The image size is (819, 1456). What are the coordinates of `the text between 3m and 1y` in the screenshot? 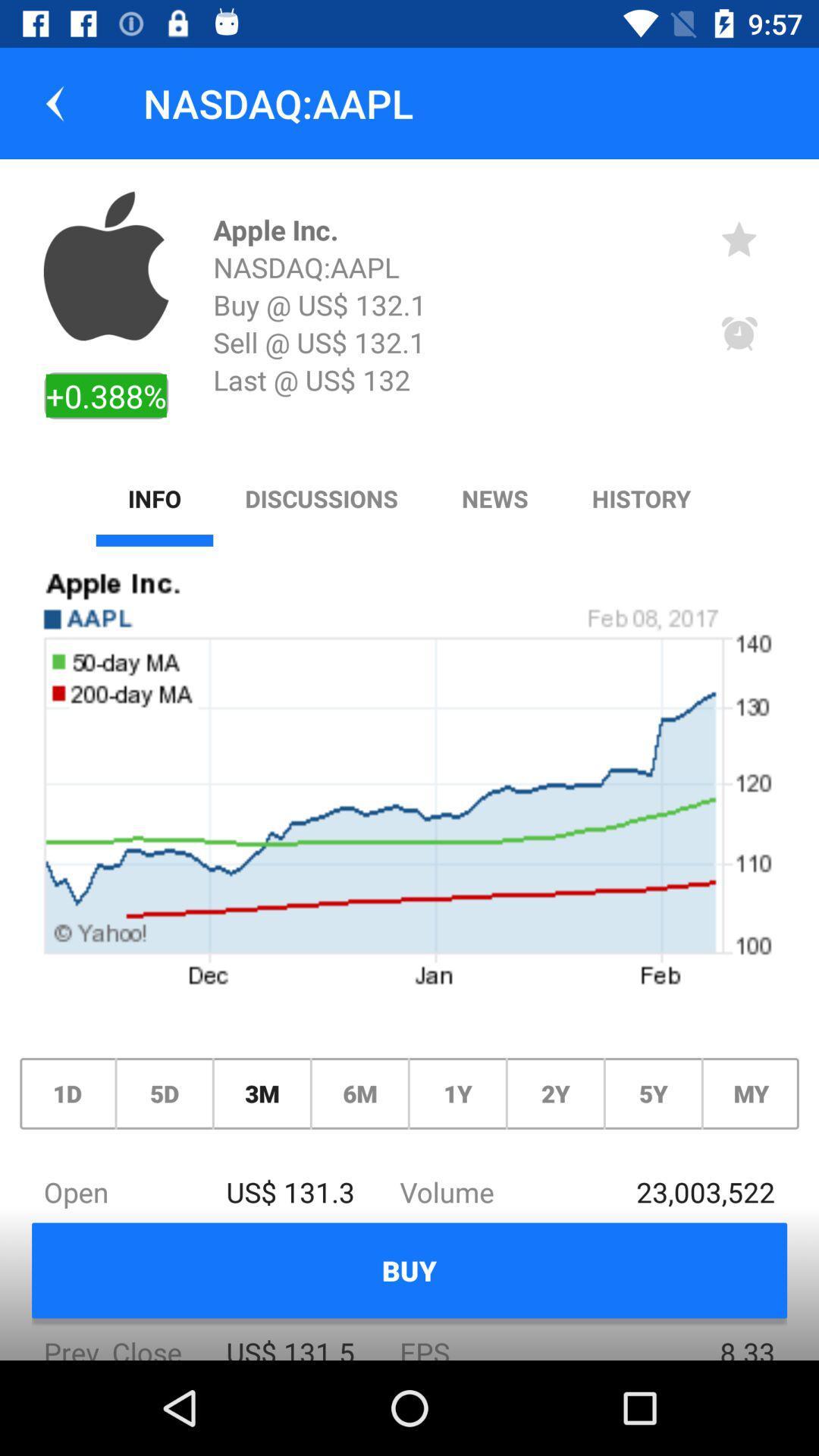 It's located at (359, 1094).